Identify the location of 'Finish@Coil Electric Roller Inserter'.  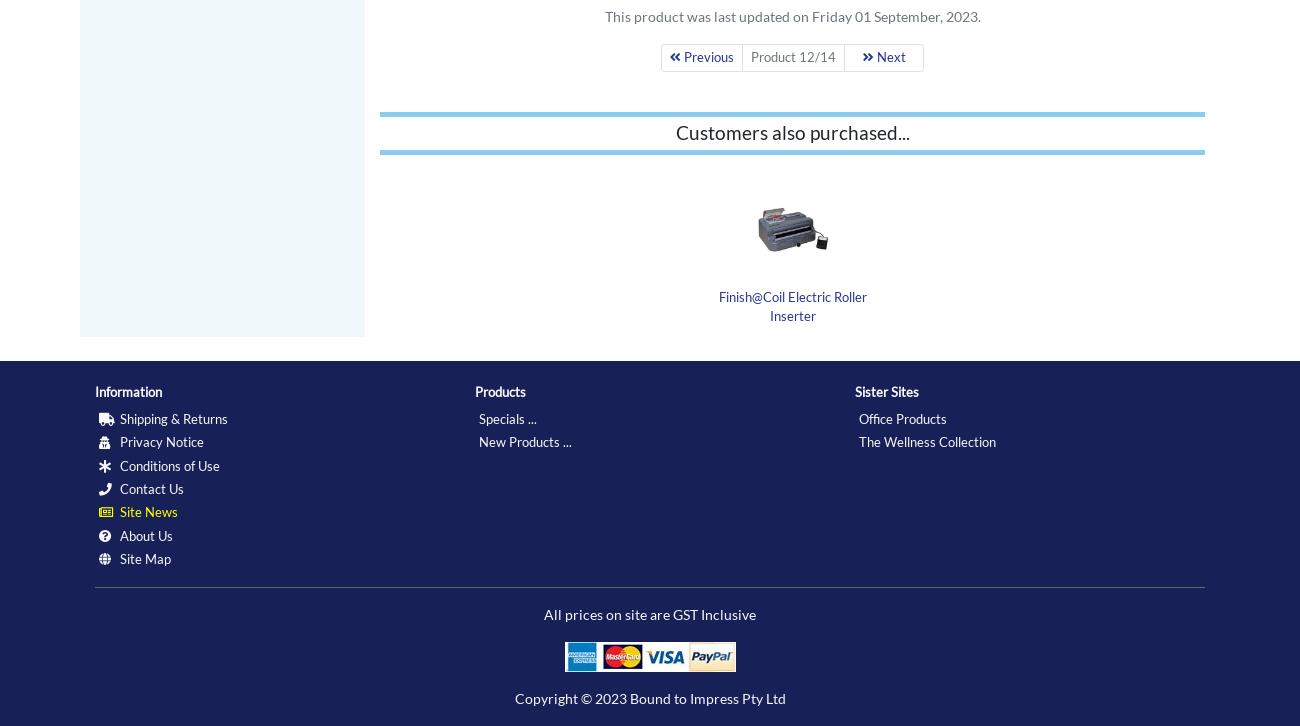
(790, 305).